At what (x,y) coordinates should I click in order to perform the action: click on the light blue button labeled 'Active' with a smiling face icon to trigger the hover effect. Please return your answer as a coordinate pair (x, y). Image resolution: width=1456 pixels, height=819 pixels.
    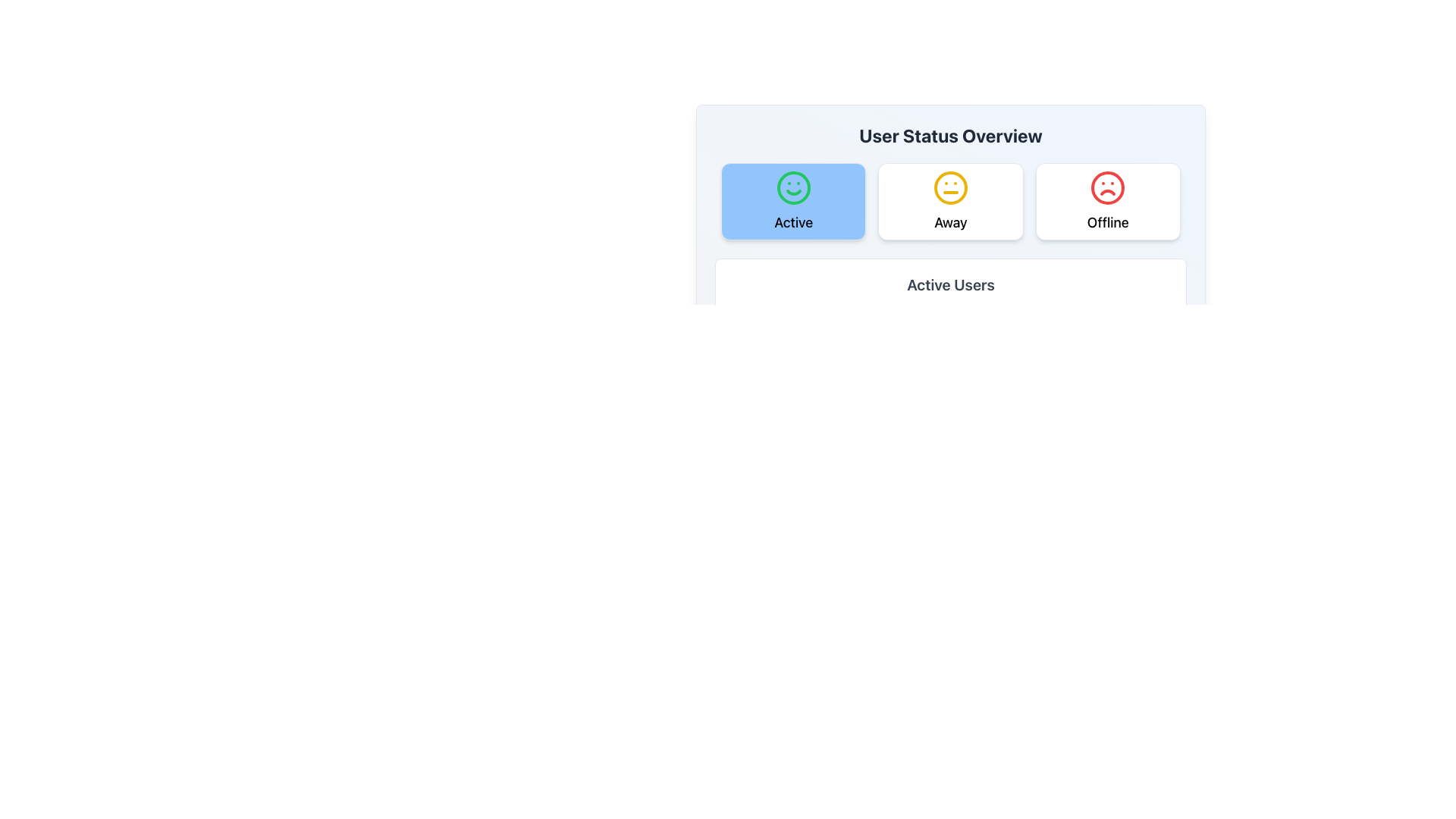
    Looking at the image, I should click on (792, 201).